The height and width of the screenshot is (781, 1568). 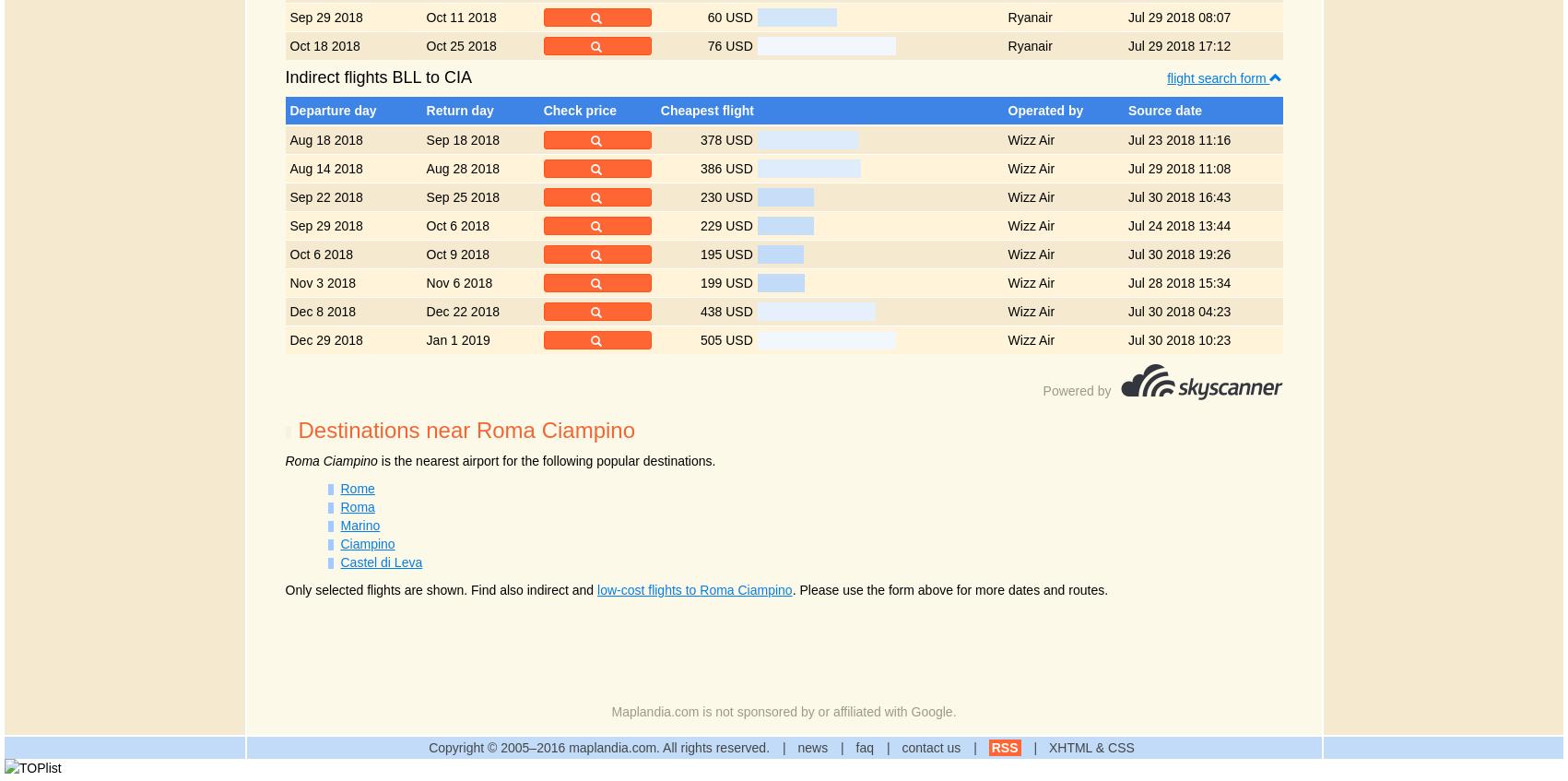 What do you see at coordinates (1178, 44) in the screenshot?
I see `'Jul 29 2018 17:12'` at bounding box center [1178, 44].